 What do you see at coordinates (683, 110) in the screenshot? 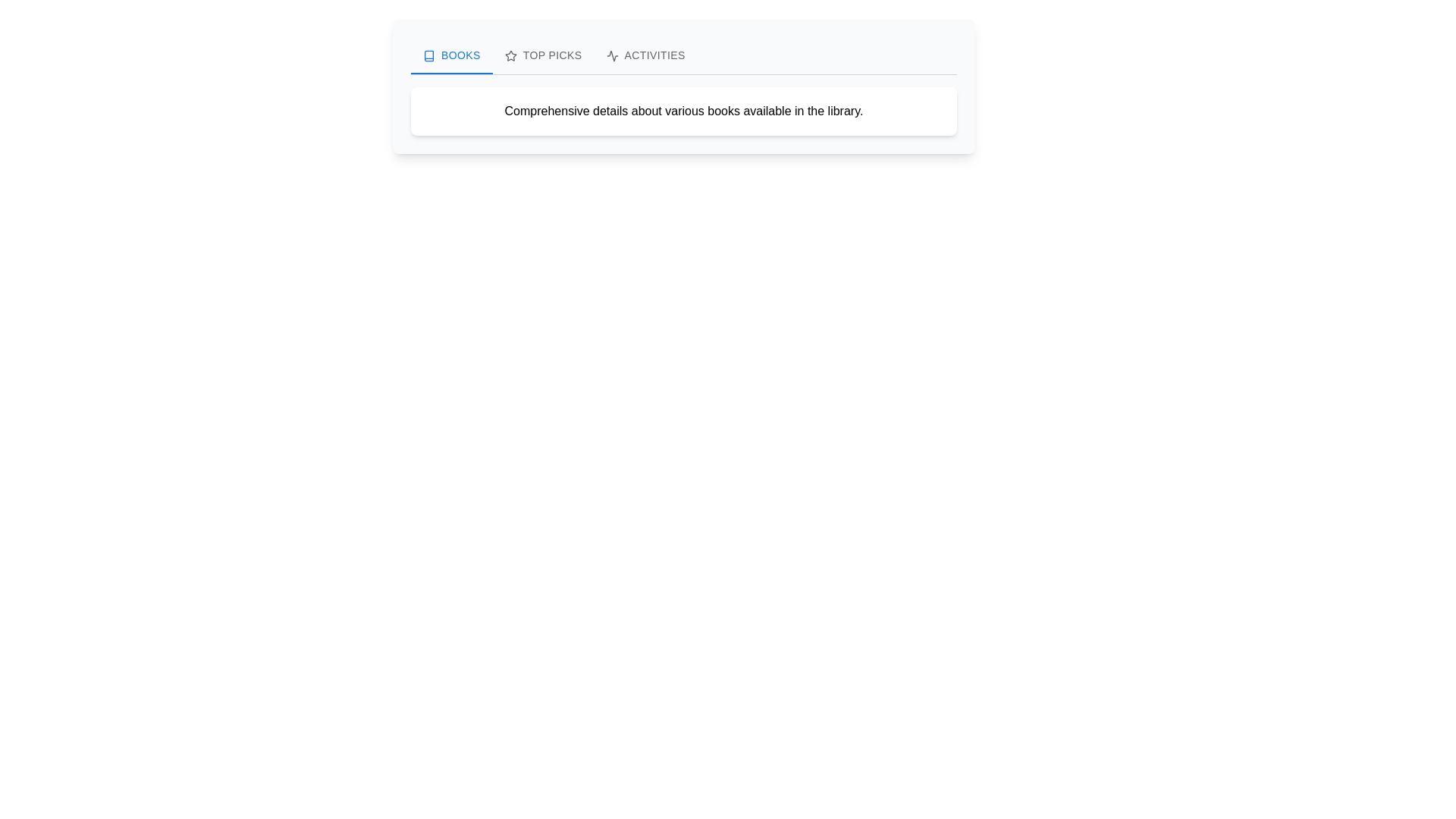
I see `the text block that displays 'Comprehensive details about various books available in the library.', which is styled with a white background, rounded corners, and shadow effect, located beneath the 'Books' tab` at bounding box center [683, 110].